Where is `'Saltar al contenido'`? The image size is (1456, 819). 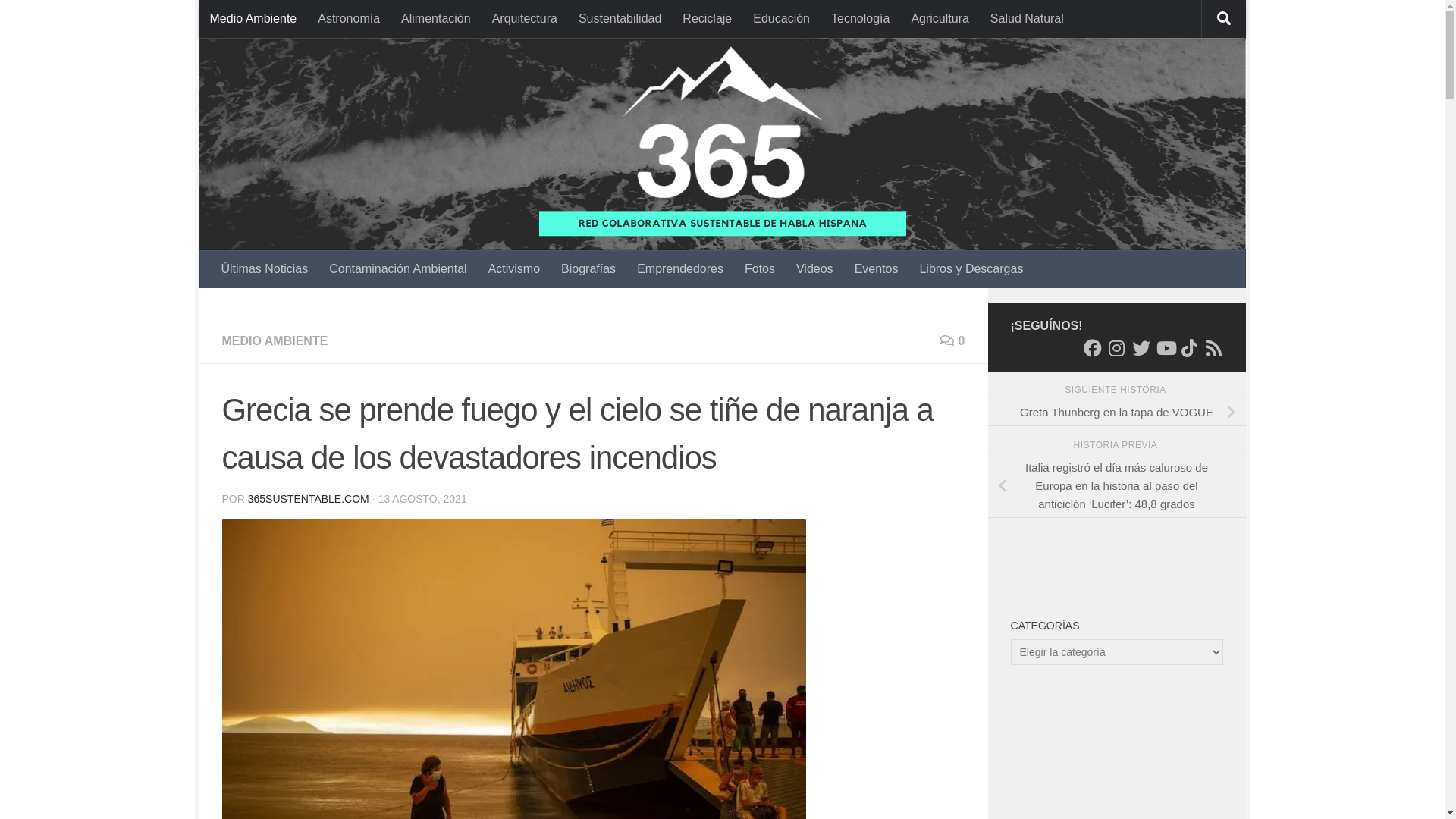 'Saltar al contenido' is located at coordinates (273, 20).